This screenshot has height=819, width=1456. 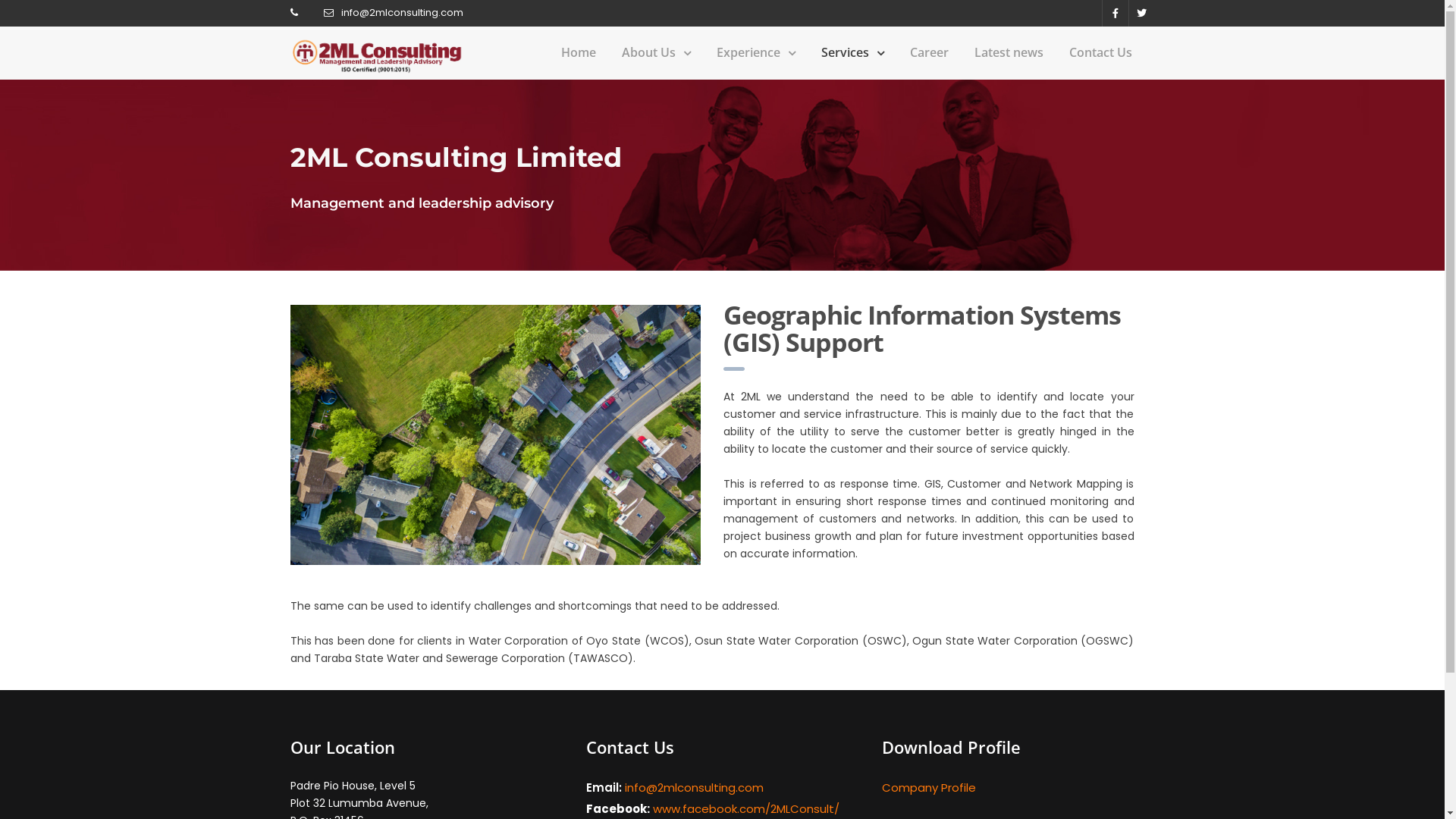 I want to click on 'info@2mlconsulting.com', so click(x=340, y=12).